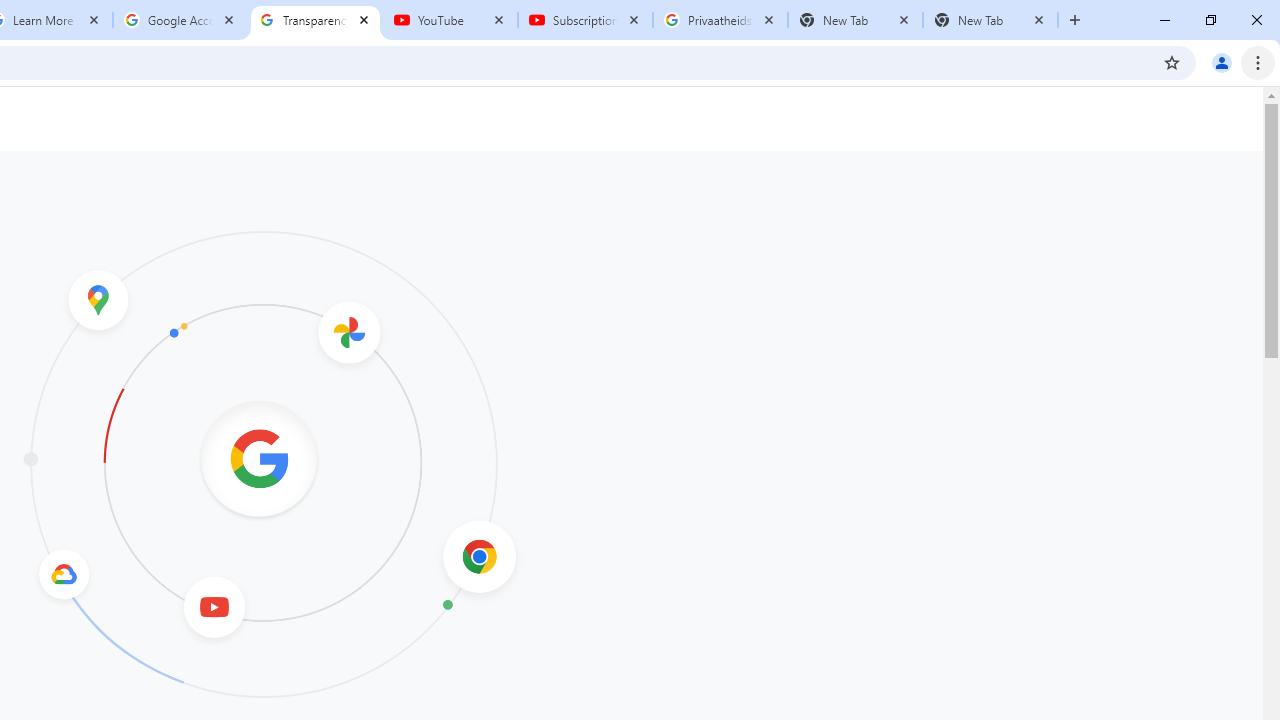 This screenshot has width=1280, height=720. I want to click on 'New Tab', so click(990, 20).